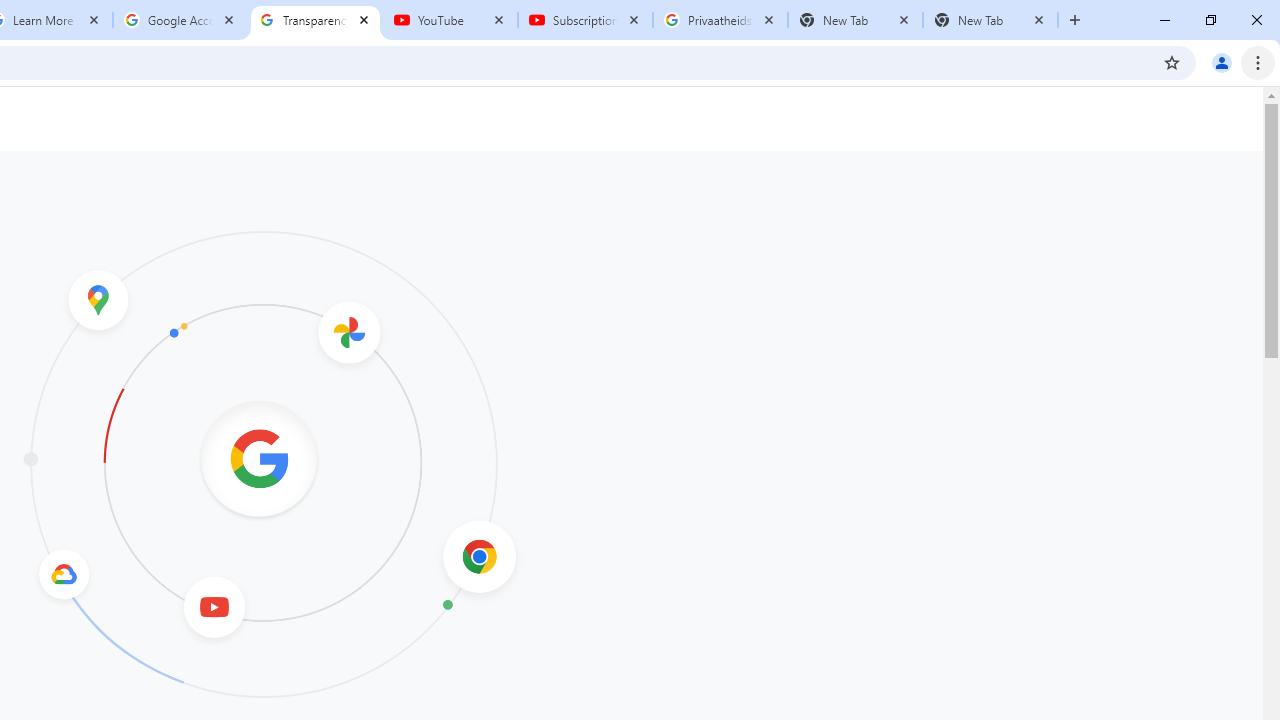 This screenshot has width=1280, height=720. I want to click on 'New Tab', so click(990, 20).